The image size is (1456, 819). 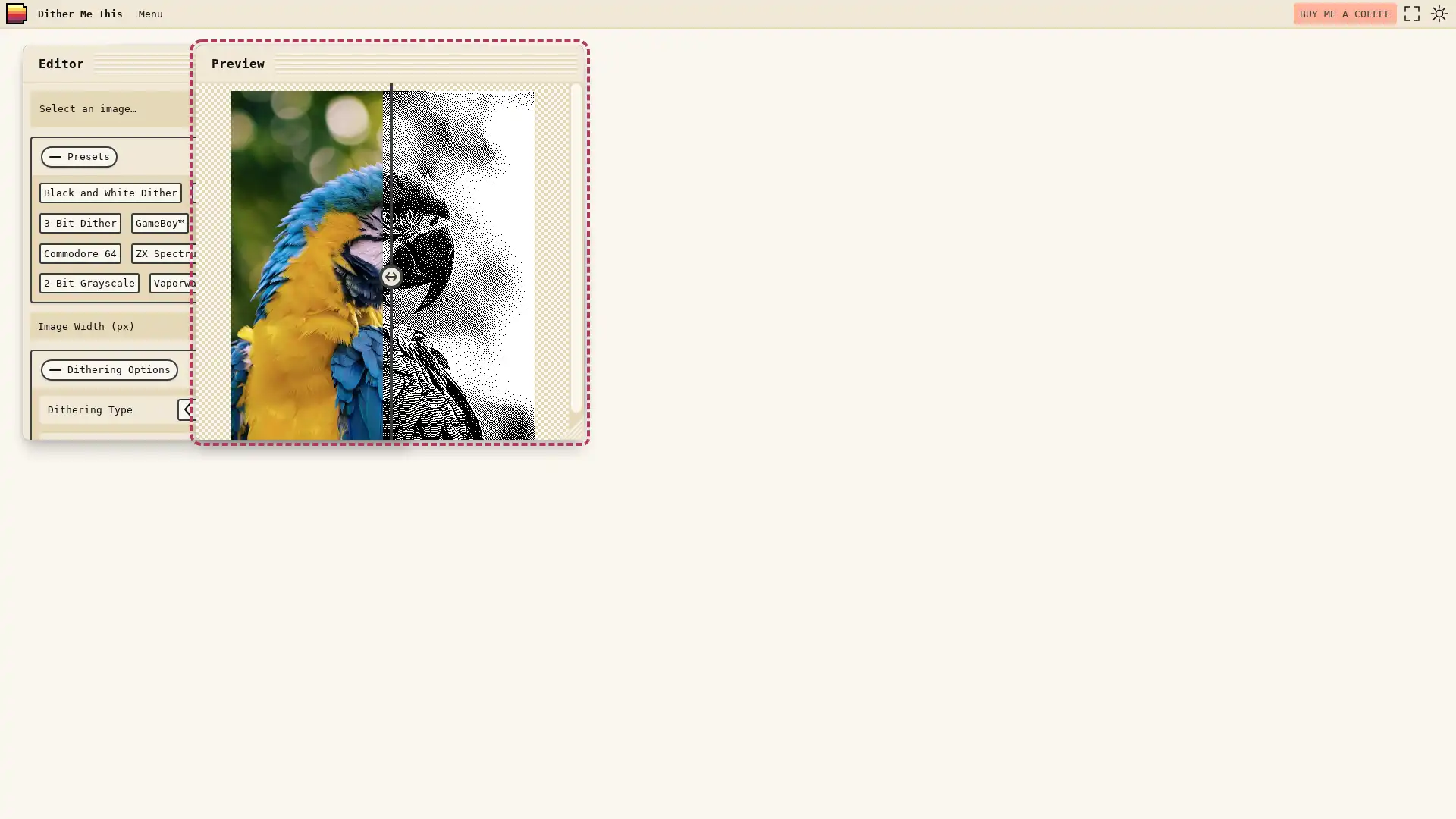 I want to click on select next option, so click(x=379, y=446).